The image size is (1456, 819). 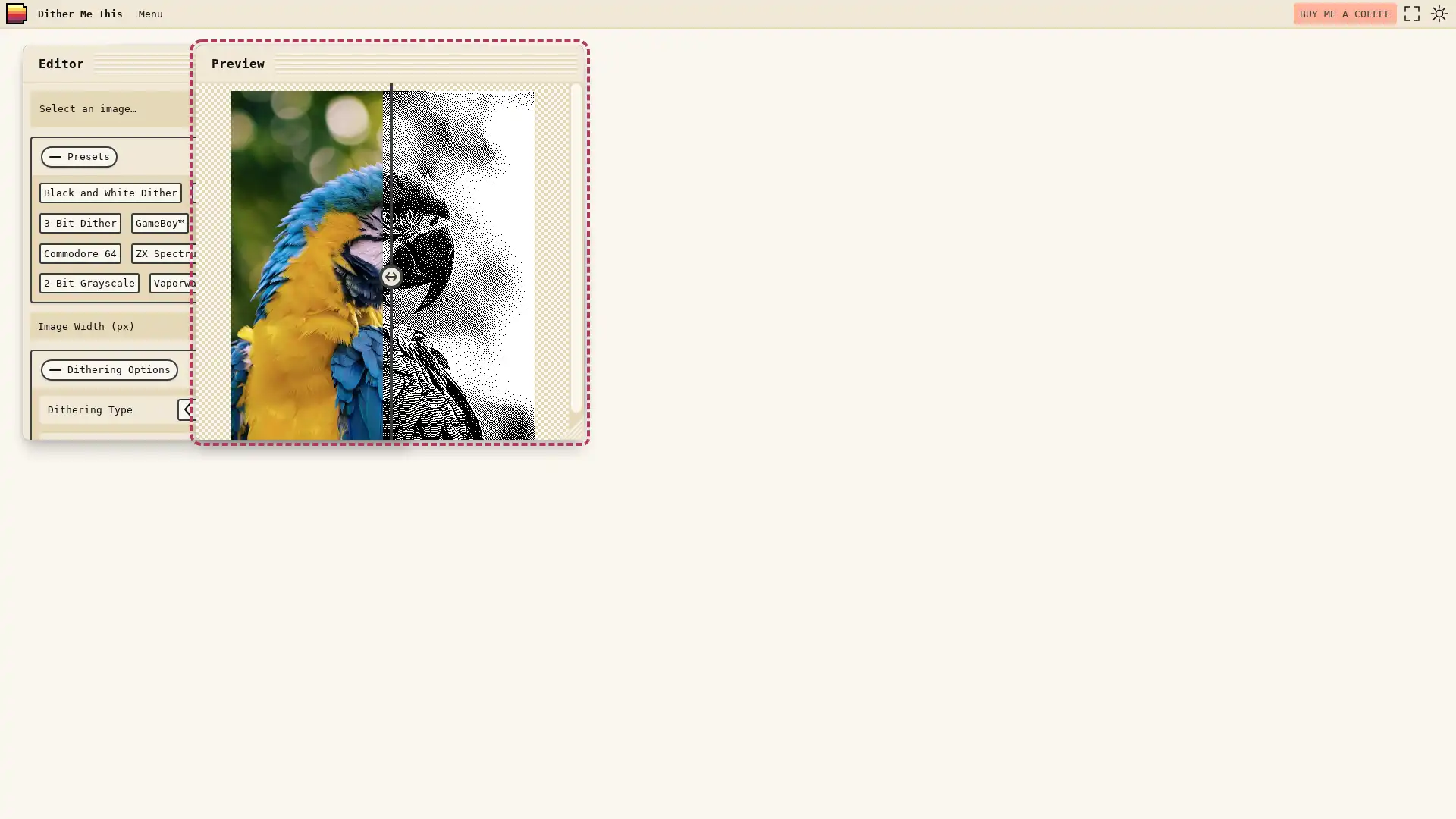 I want to click on select next option, so click(x=379, y=446).